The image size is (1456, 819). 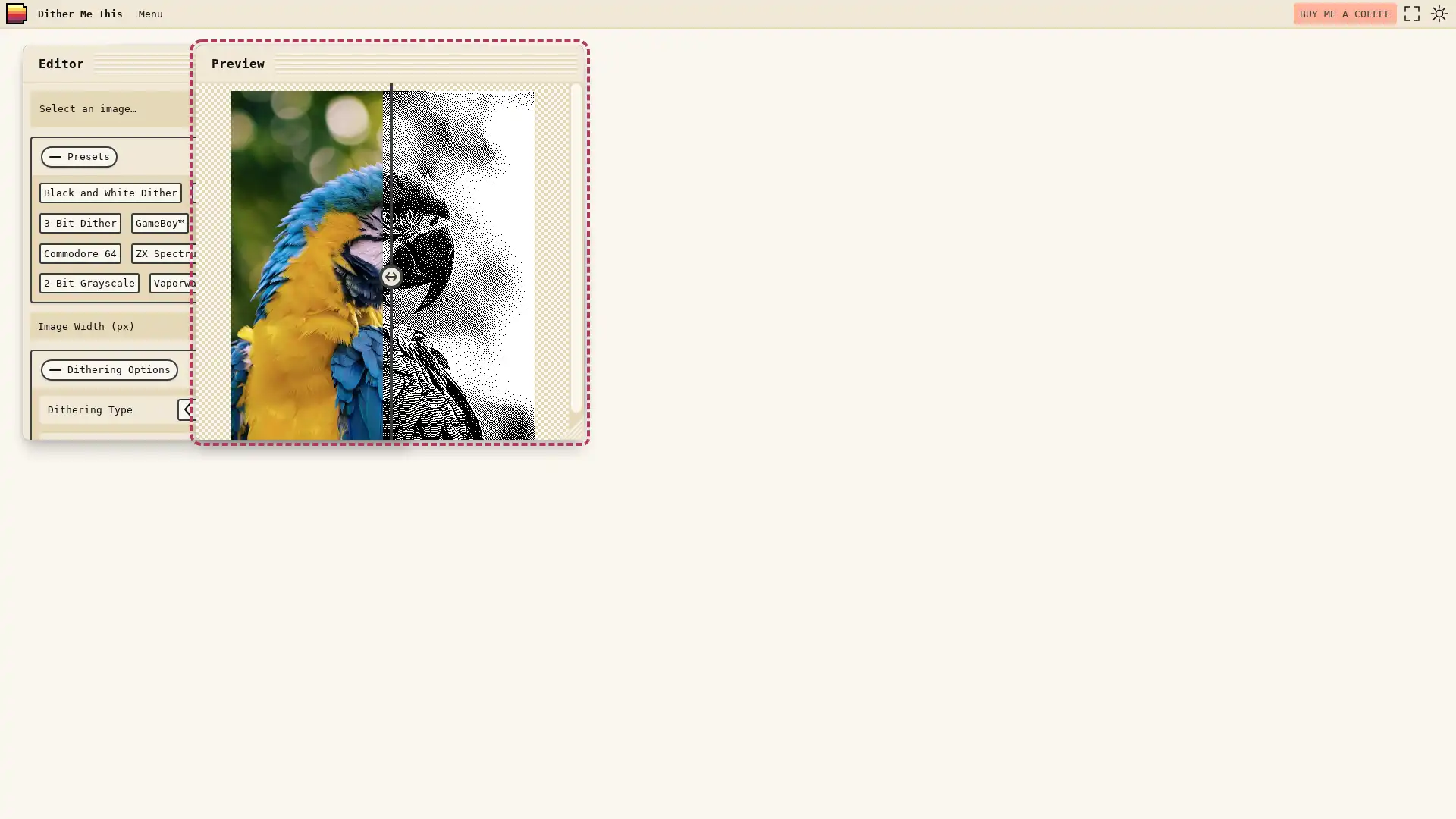 I want to click on select next option, so click(x=379, y=446).